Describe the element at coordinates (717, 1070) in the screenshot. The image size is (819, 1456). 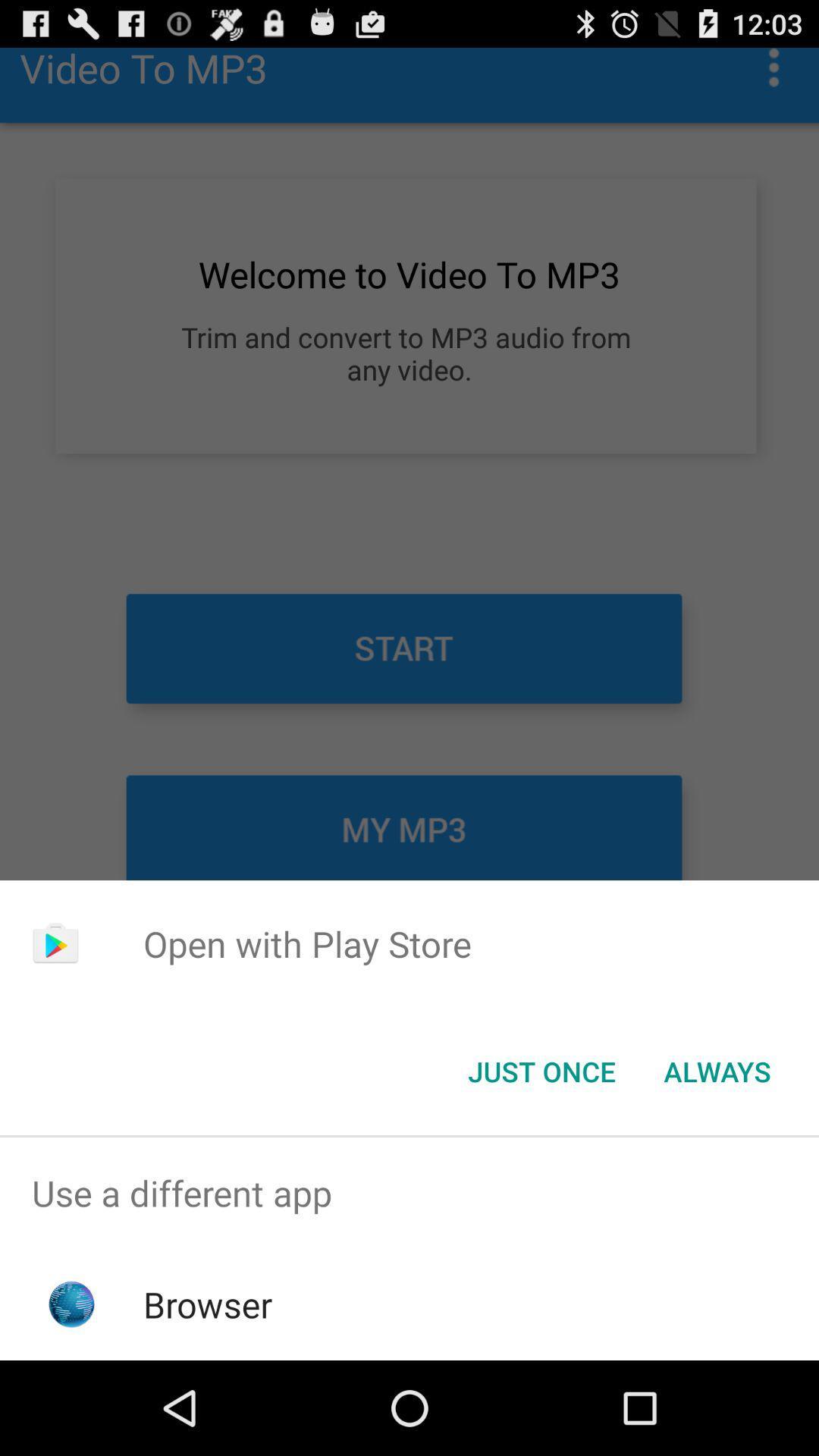
I see `the icon next to the just once` at that location.